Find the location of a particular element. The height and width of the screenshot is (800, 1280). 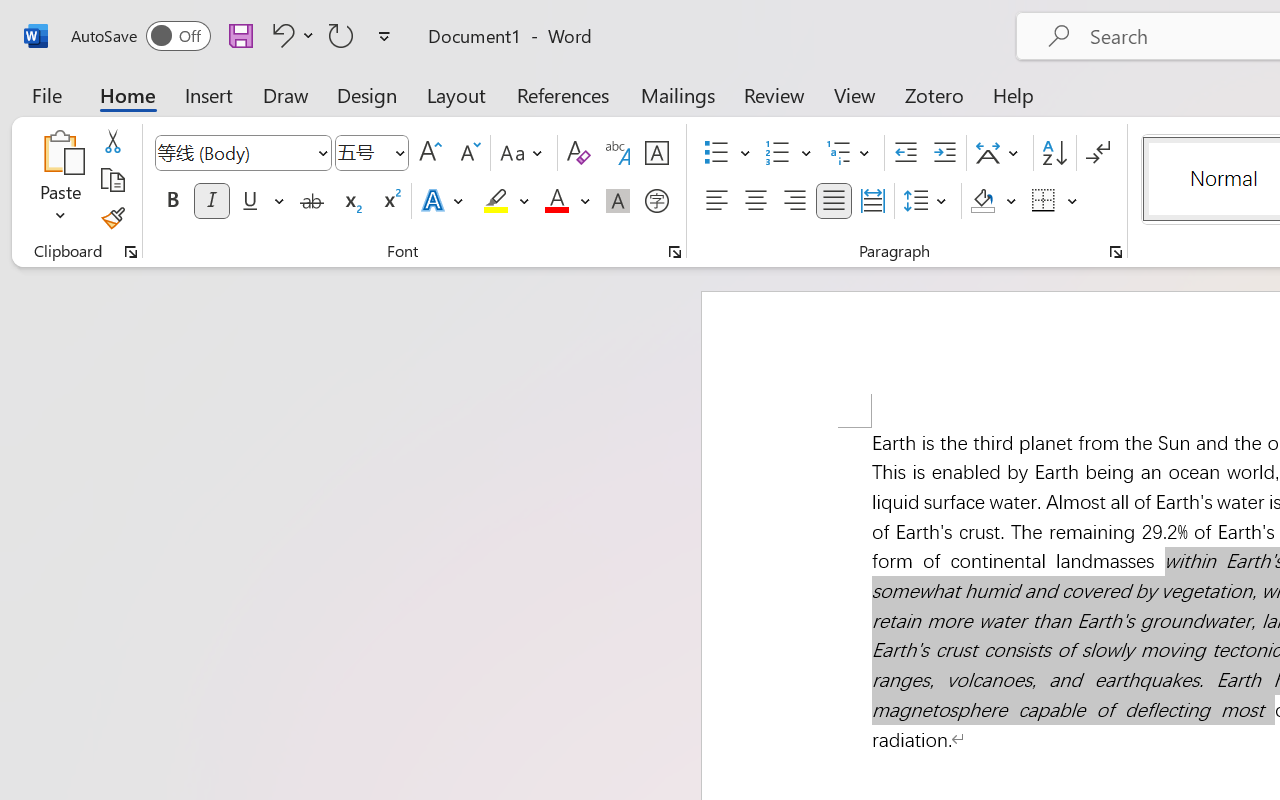

'Text Effects and Typography' is located at coordinates (443, 201).